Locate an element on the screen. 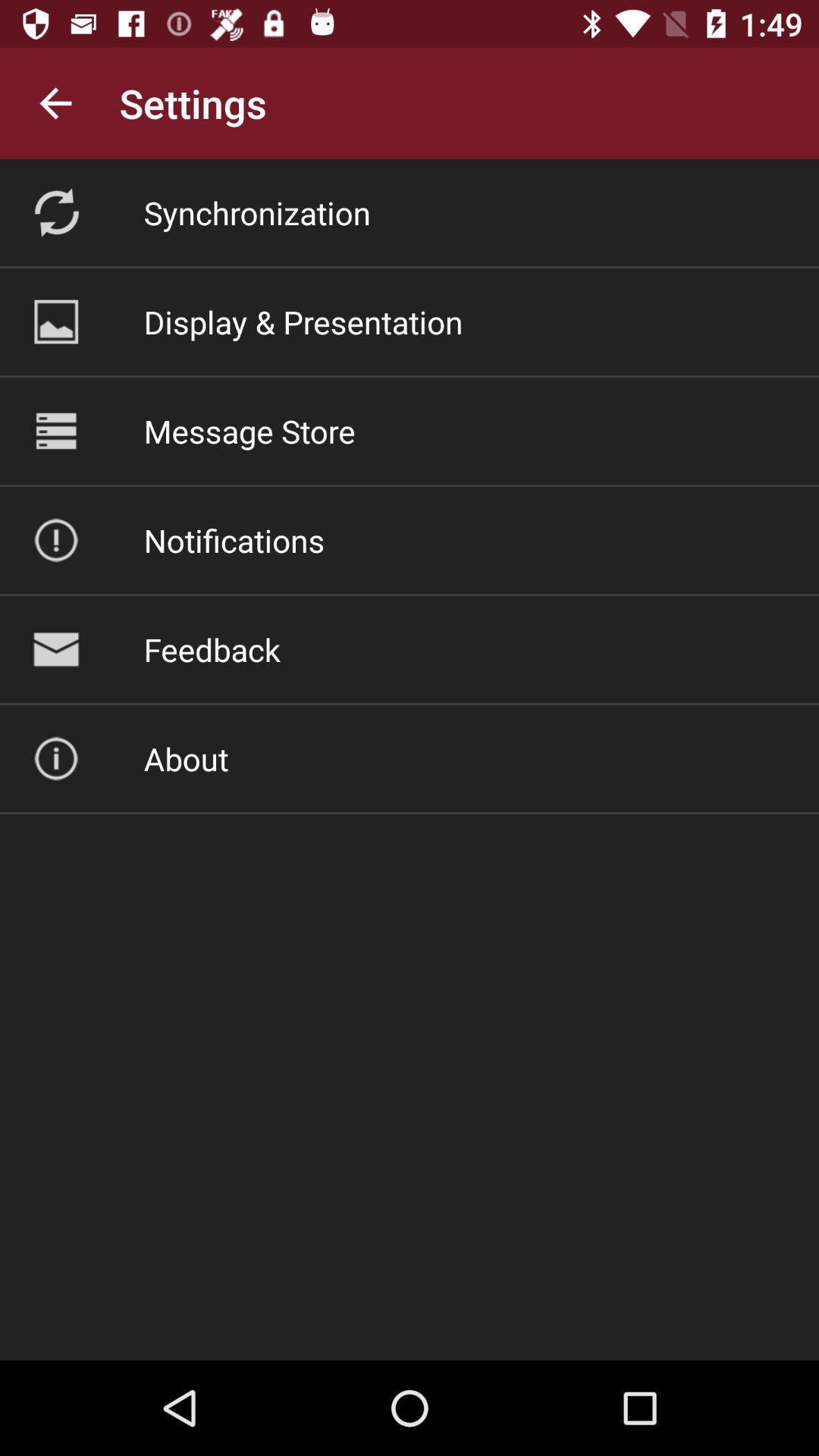 This screenshot has width=819, height=1456. message store icon is located at coordinates (249, 430).